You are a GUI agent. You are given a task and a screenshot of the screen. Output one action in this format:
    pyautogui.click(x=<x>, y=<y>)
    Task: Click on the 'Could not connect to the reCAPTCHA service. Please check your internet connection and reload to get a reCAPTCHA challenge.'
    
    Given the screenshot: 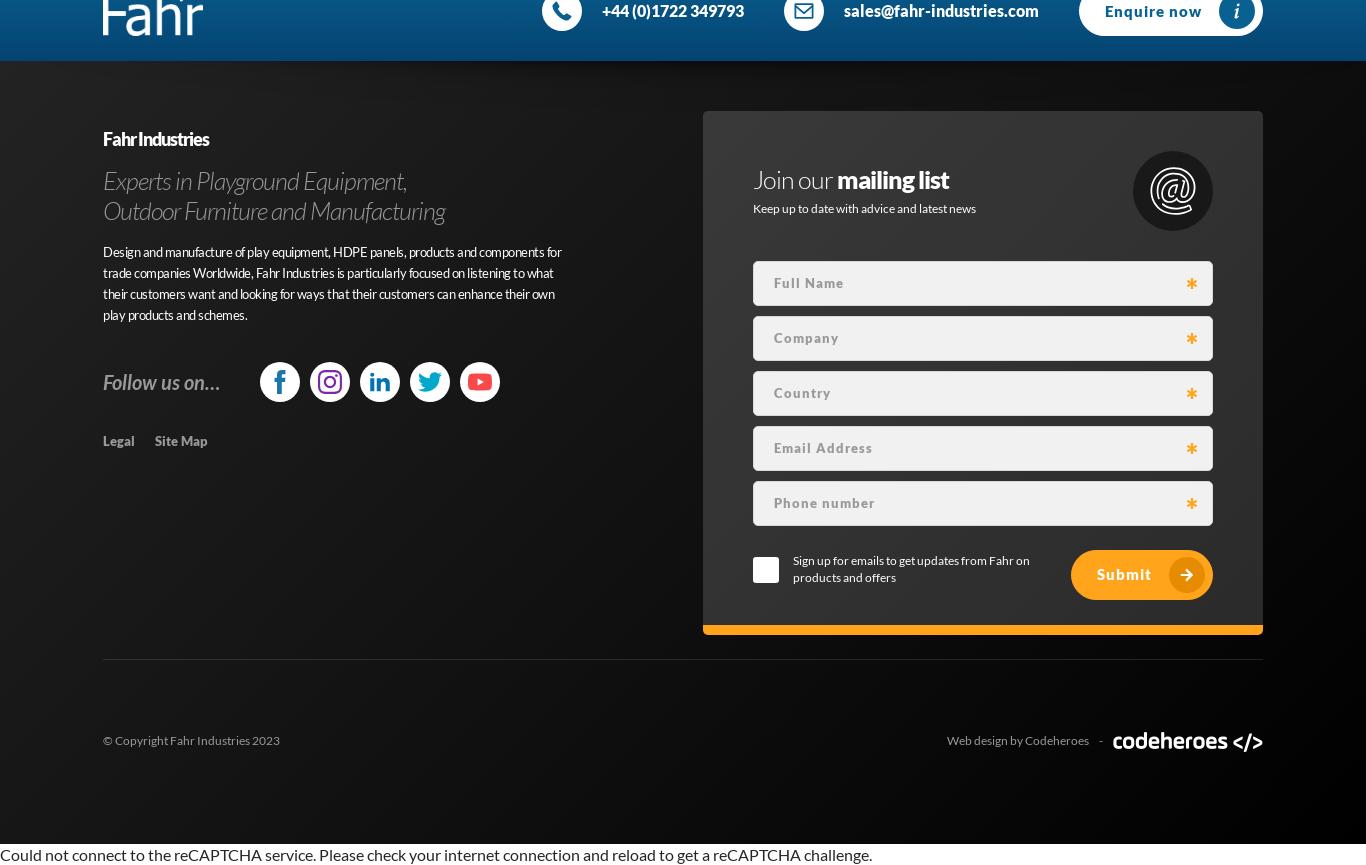 What is the action you would take?
    pyautogui.click(x=435, y=852)
    